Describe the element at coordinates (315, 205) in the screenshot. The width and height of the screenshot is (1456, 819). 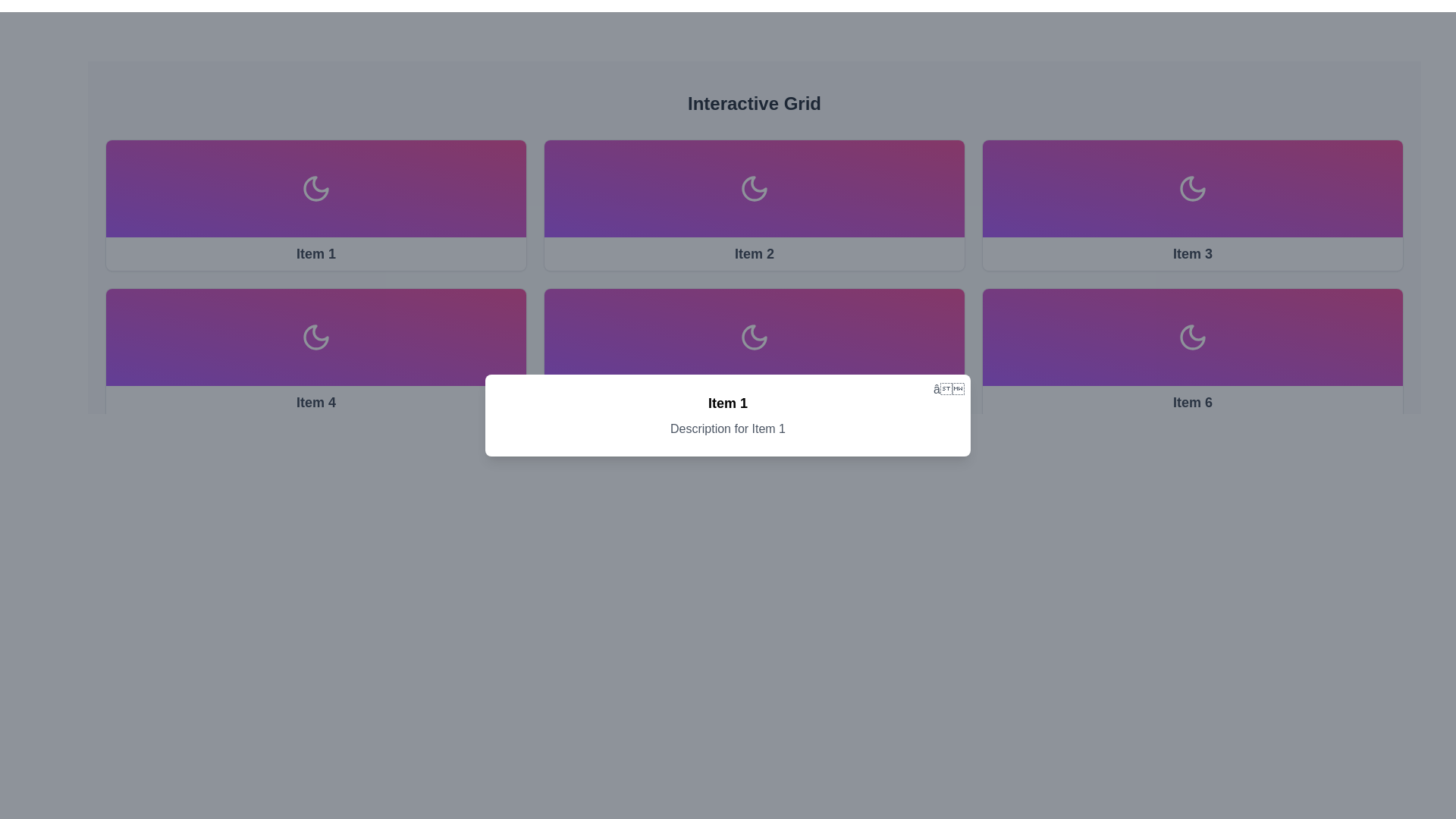
I see `the interactive card located in the top-left corner of the grid layout` at that location.